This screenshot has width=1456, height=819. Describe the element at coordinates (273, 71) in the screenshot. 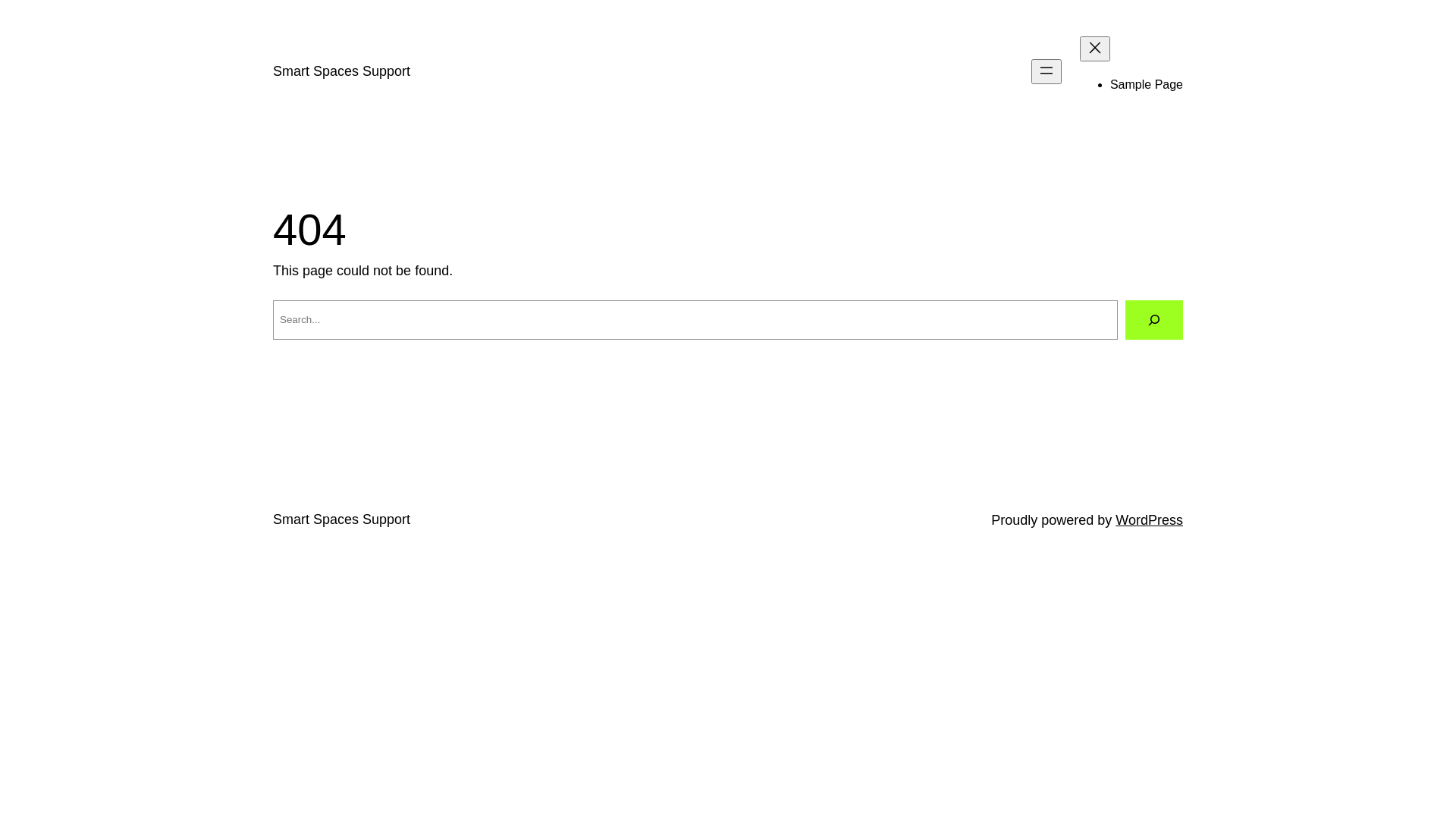

I see `'Smart Spaces Support'` at that location.